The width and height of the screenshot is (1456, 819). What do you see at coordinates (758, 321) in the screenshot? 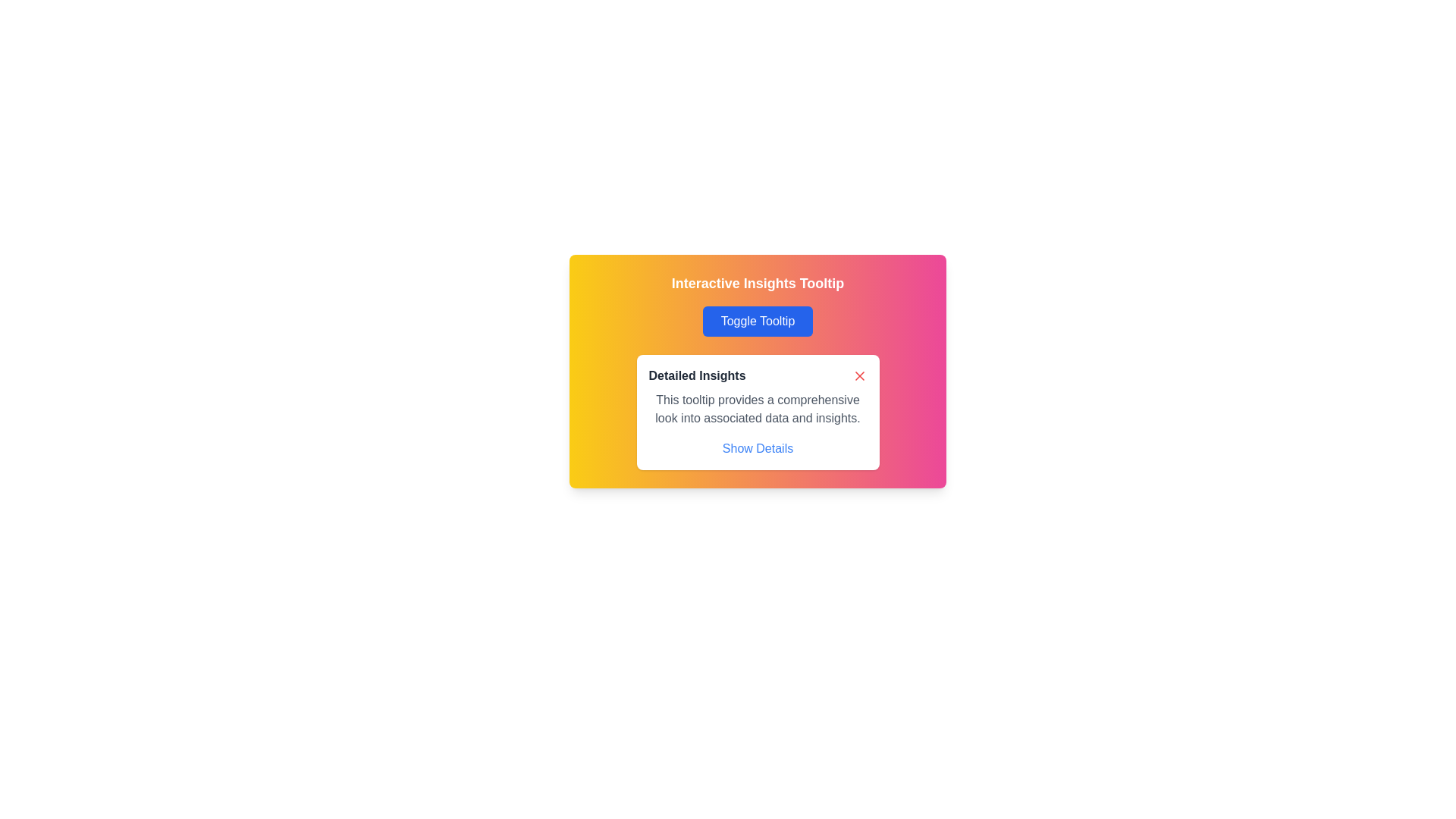
I see `the button located centrally on a gradient background panel, slightly below the title 'Interactive Insights Tooltip'` at bounding box center [758, 321].